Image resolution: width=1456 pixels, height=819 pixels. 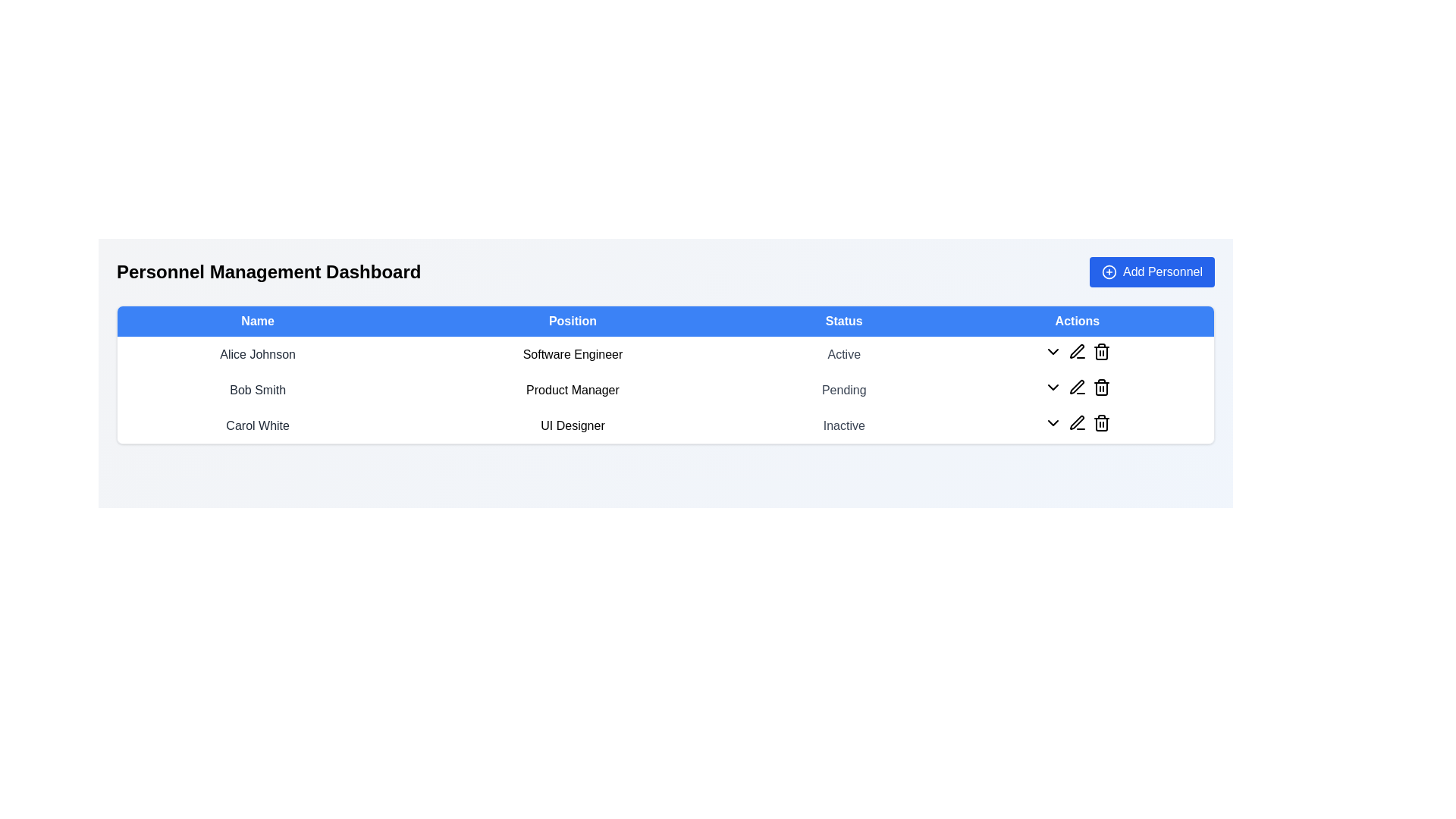 I want to click on the 'Pending' status text label for 'Bob Smith' in the 'Personnel Management Dashboard' table, which is located in the third column of the corresponding row, so click(x=843, y=389).